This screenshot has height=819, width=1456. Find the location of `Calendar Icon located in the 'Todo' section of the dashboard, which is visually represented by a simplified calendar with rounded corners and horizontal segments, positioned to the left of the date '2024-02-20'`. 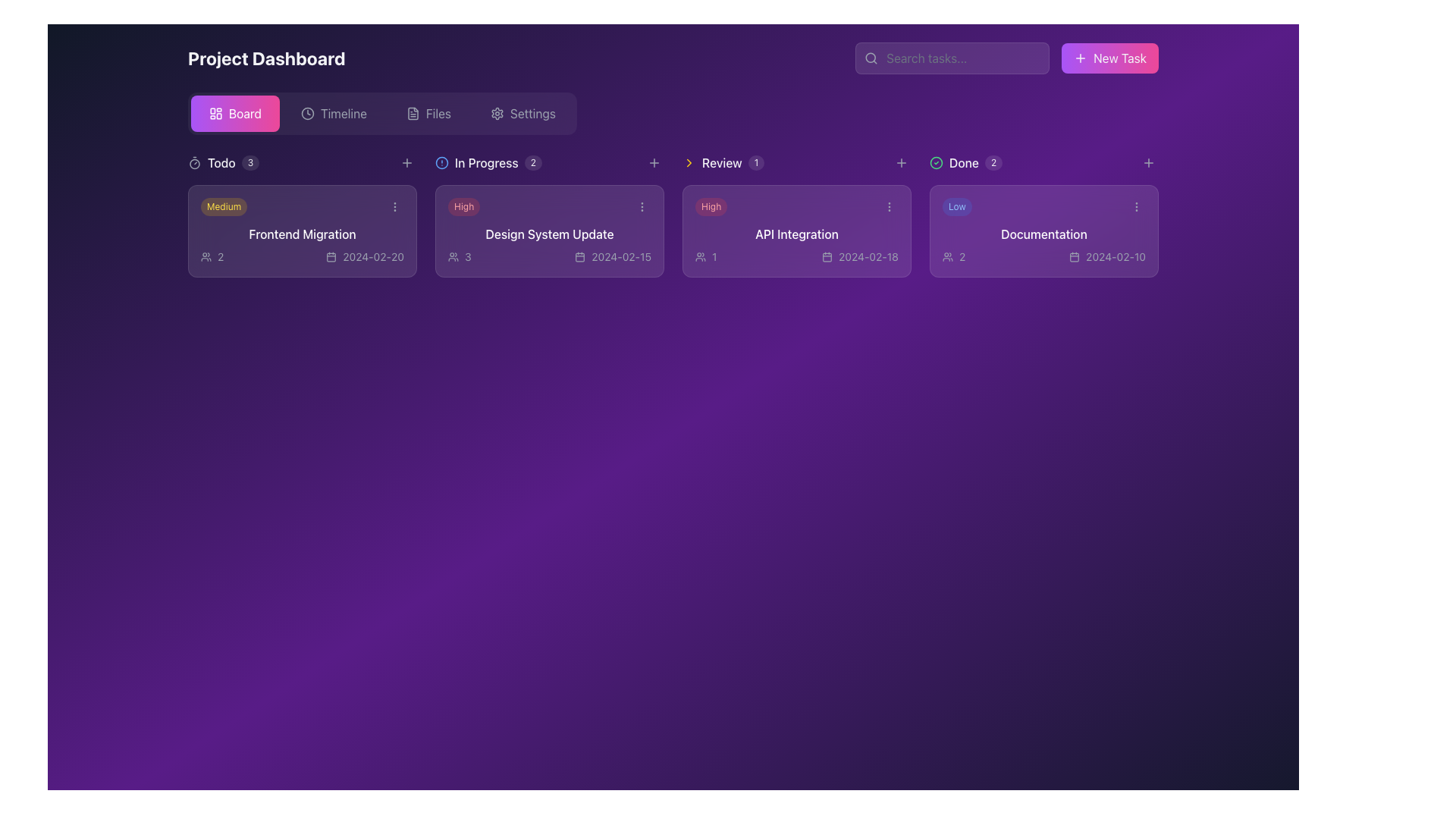

Calendar Icon located in the 'Todo' section of the dashboard, which is visually represented by a simplified calendar with rounded corners and horizontal segments, positioned to the left of the date '2024-02-20' is located at coordinates (331, 256).